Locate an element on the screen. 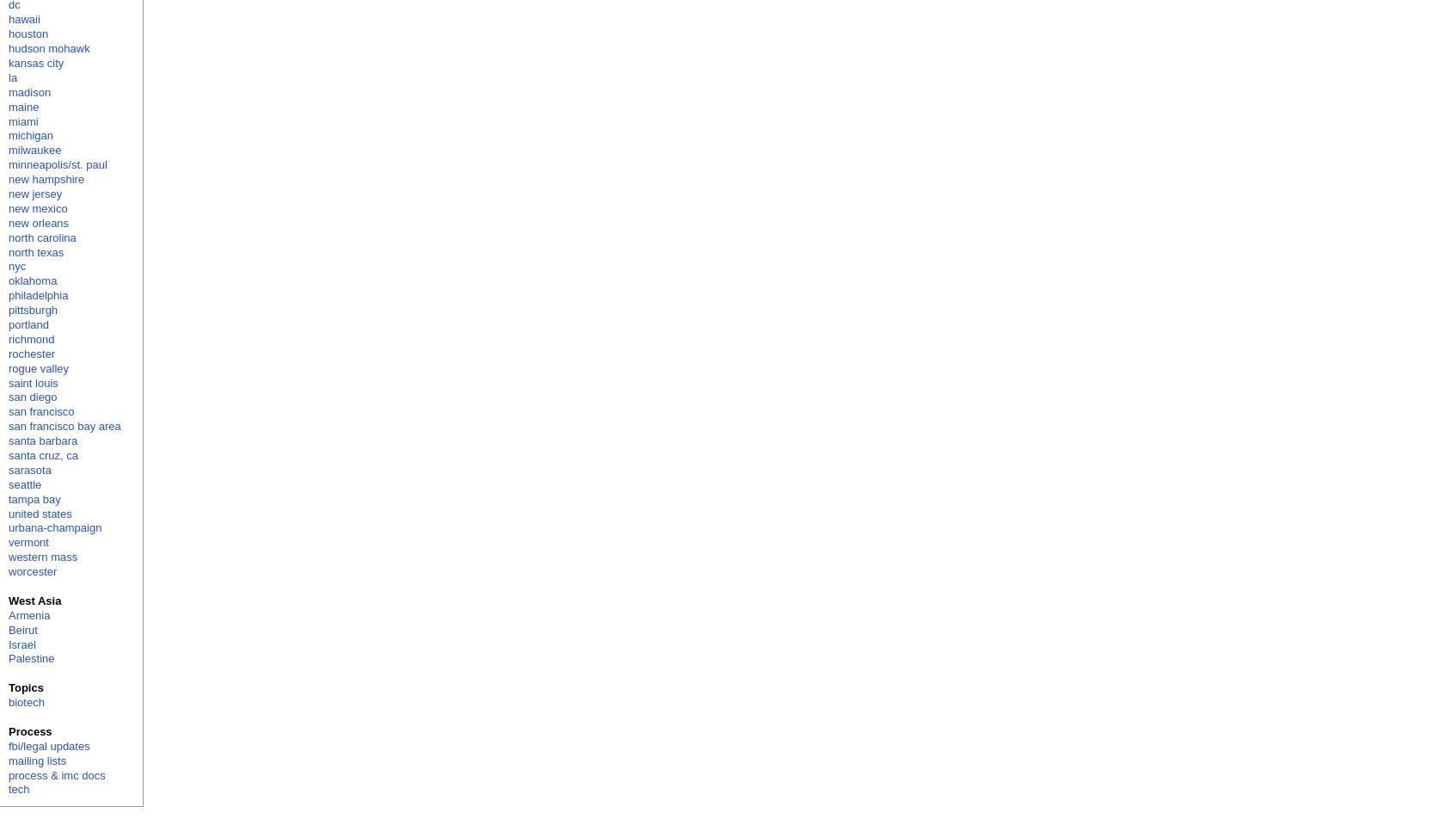 Image resolution: width=1456 pixels, height=819 pixels. 'santa cruz, ca' is located at coordinates (7, 454).